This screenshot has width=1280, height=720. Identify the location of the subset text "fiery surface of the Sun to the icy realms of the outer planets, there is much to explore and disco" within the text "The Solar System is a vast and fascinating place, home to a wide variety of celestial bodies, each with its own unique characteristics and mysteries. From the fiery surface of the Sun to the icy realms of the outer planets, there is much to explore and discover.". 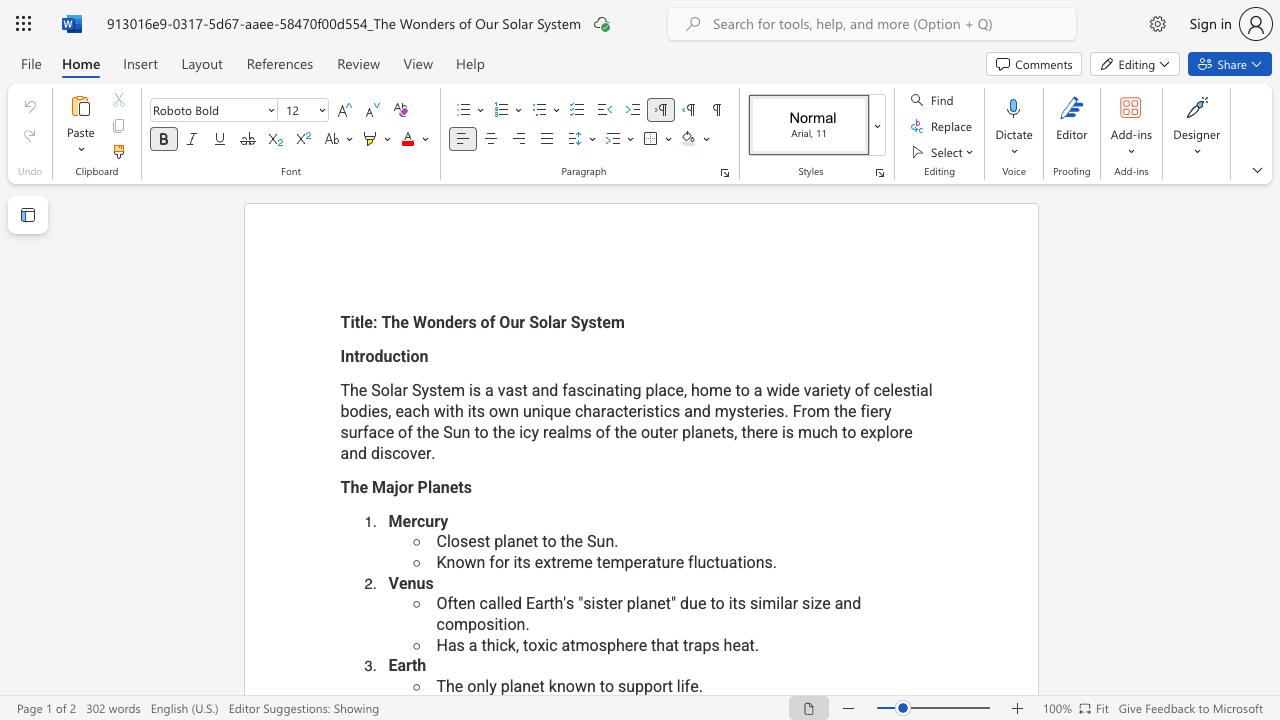
(860, 410).